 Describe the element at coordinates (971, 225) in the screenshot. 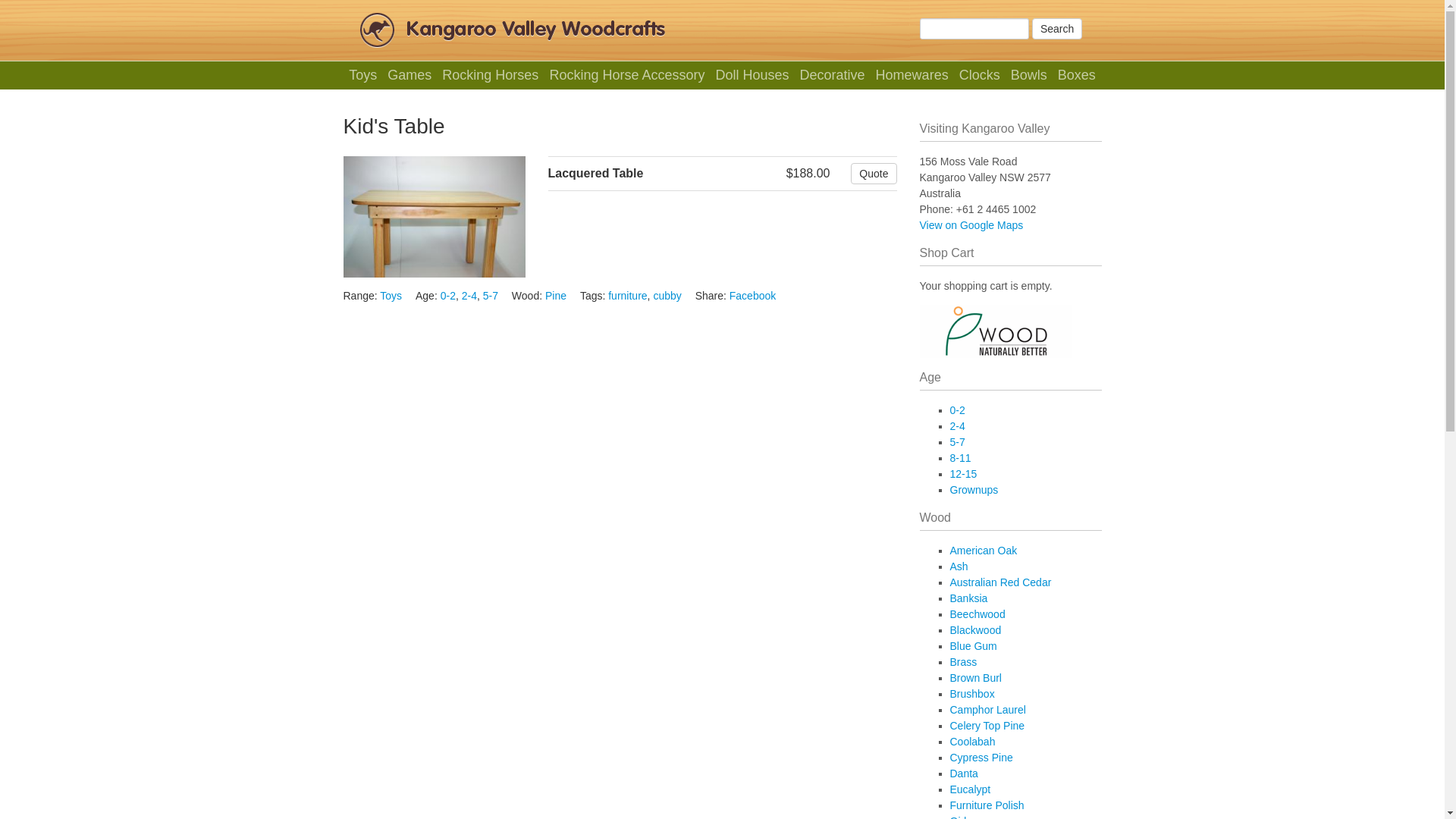

I see `'View on Google Maps'` at that location.